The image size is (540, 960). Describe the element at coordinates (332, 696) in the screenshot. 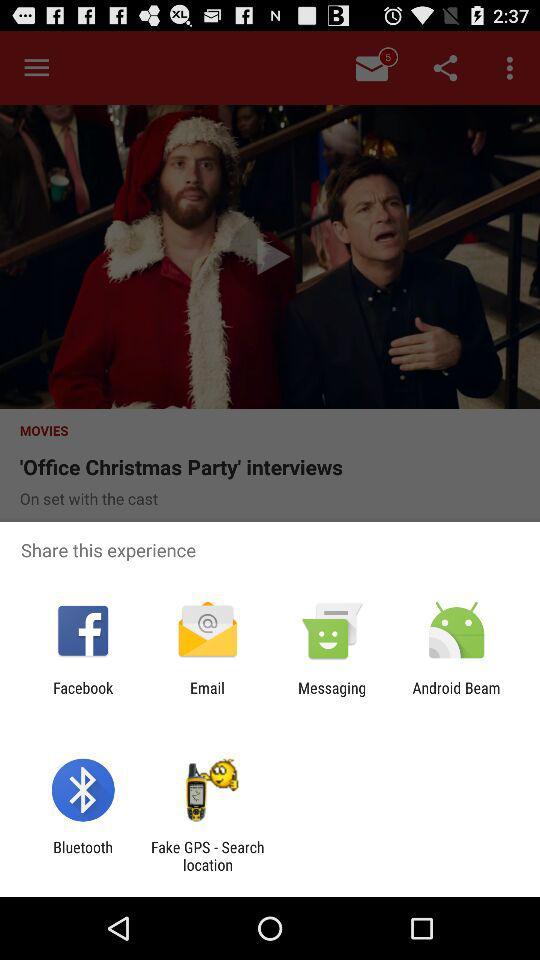

I see `messaging icon` at that location.